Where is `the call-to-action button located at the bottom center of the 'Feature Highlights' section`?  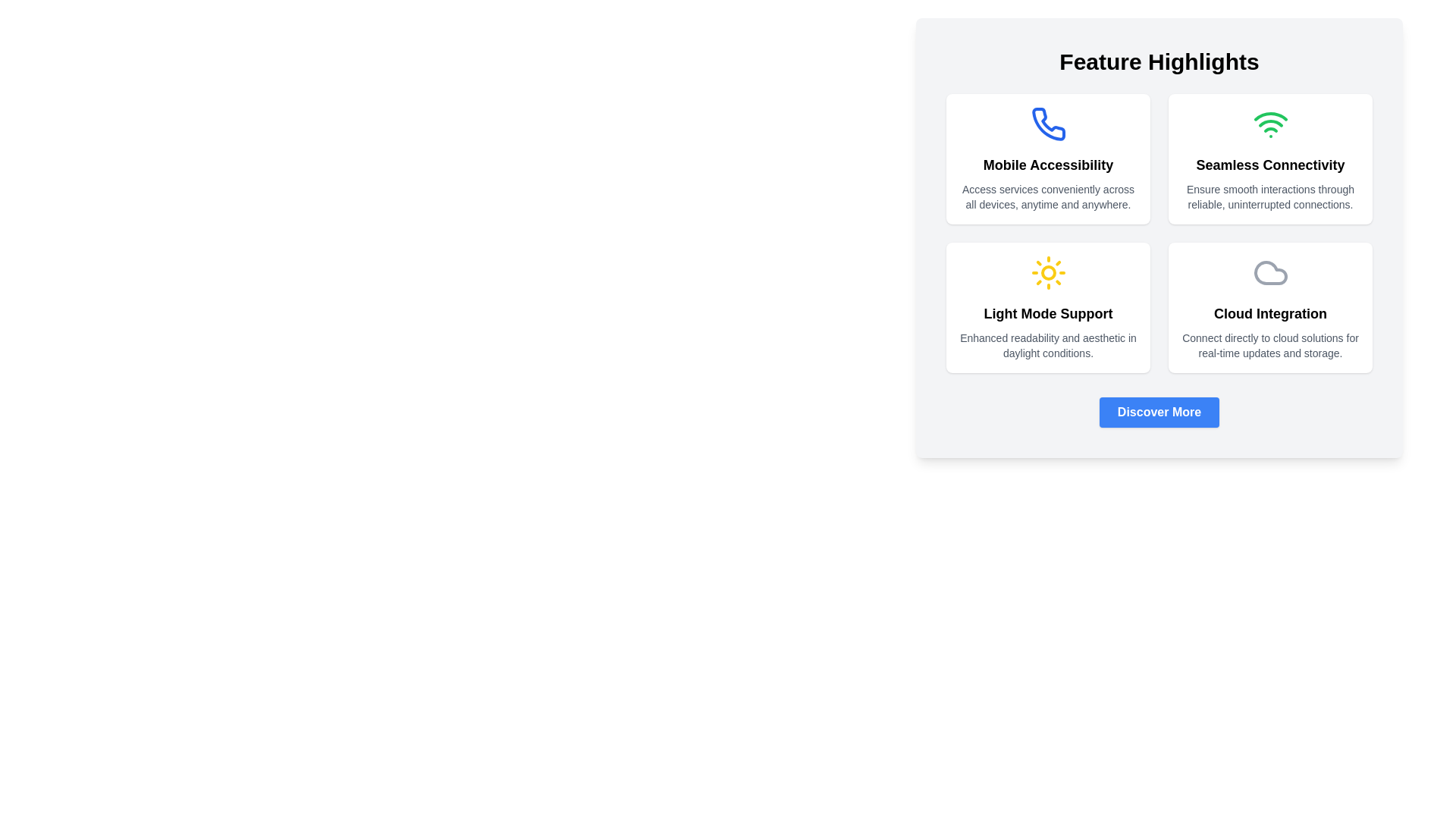
the call-to-action button located at the bottom center of the 'Feature Highlights' section is located at coordinates (1158, 412).